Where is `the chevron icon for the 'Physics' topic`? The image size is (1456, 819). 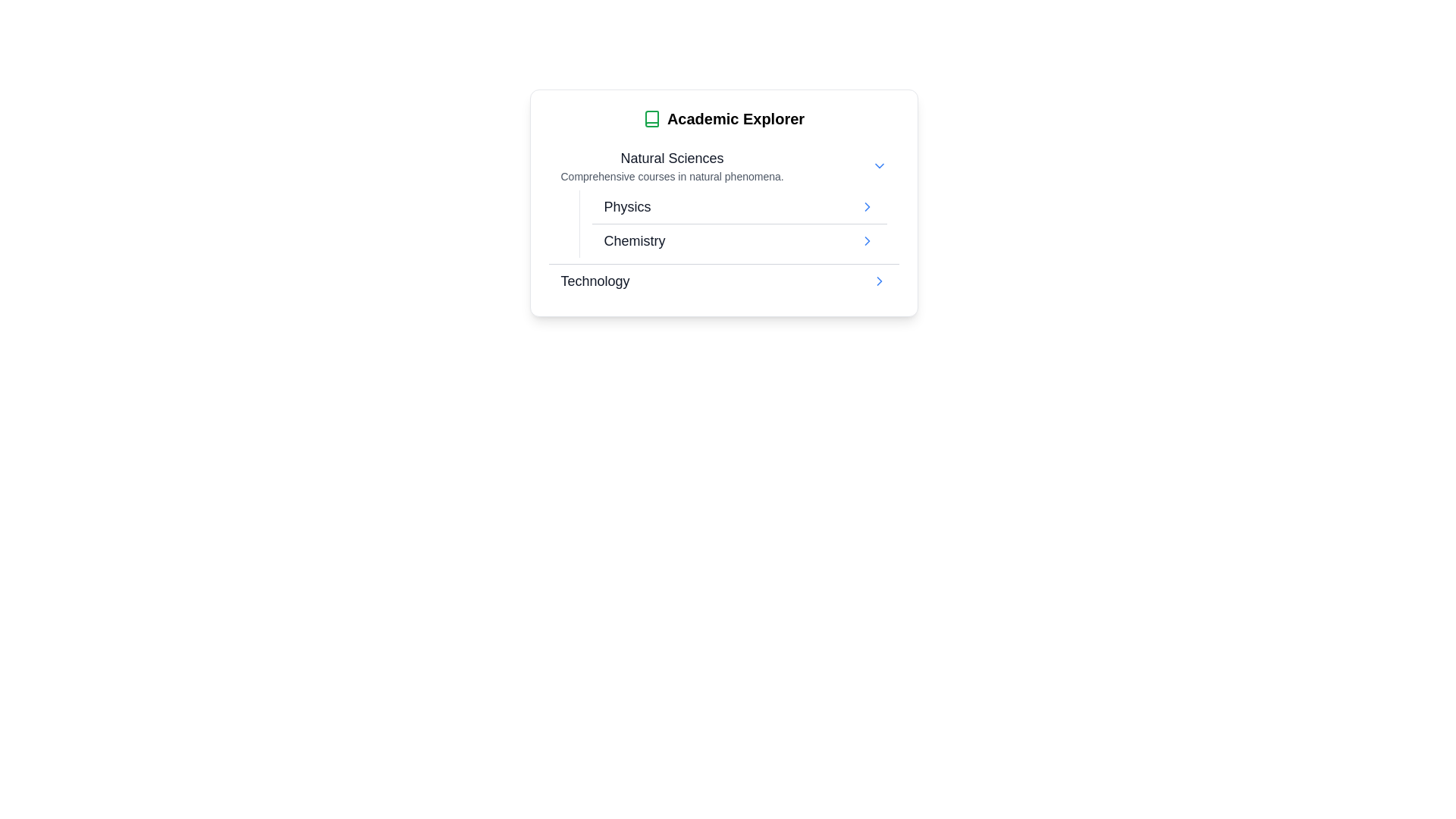
the chevron icon for the 'Physics' topic is located at coordinates (867, 207).